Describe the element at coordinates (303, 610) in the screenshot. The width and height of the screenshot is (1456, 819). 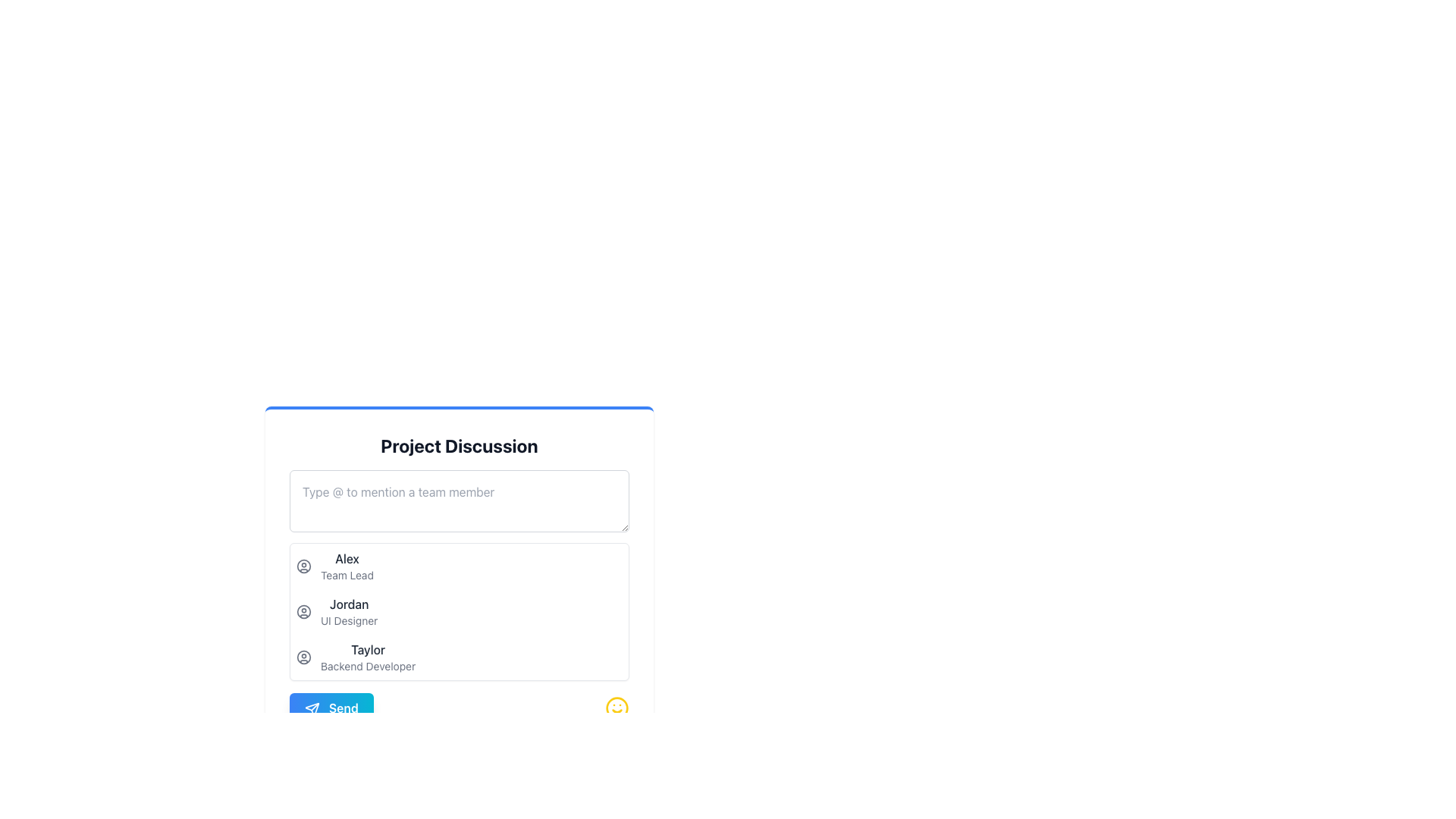
I see `the icon representing the user 'Jordan' in the user directory, which is located to the left of the name 'Jordan' in the vertical list` at that location.